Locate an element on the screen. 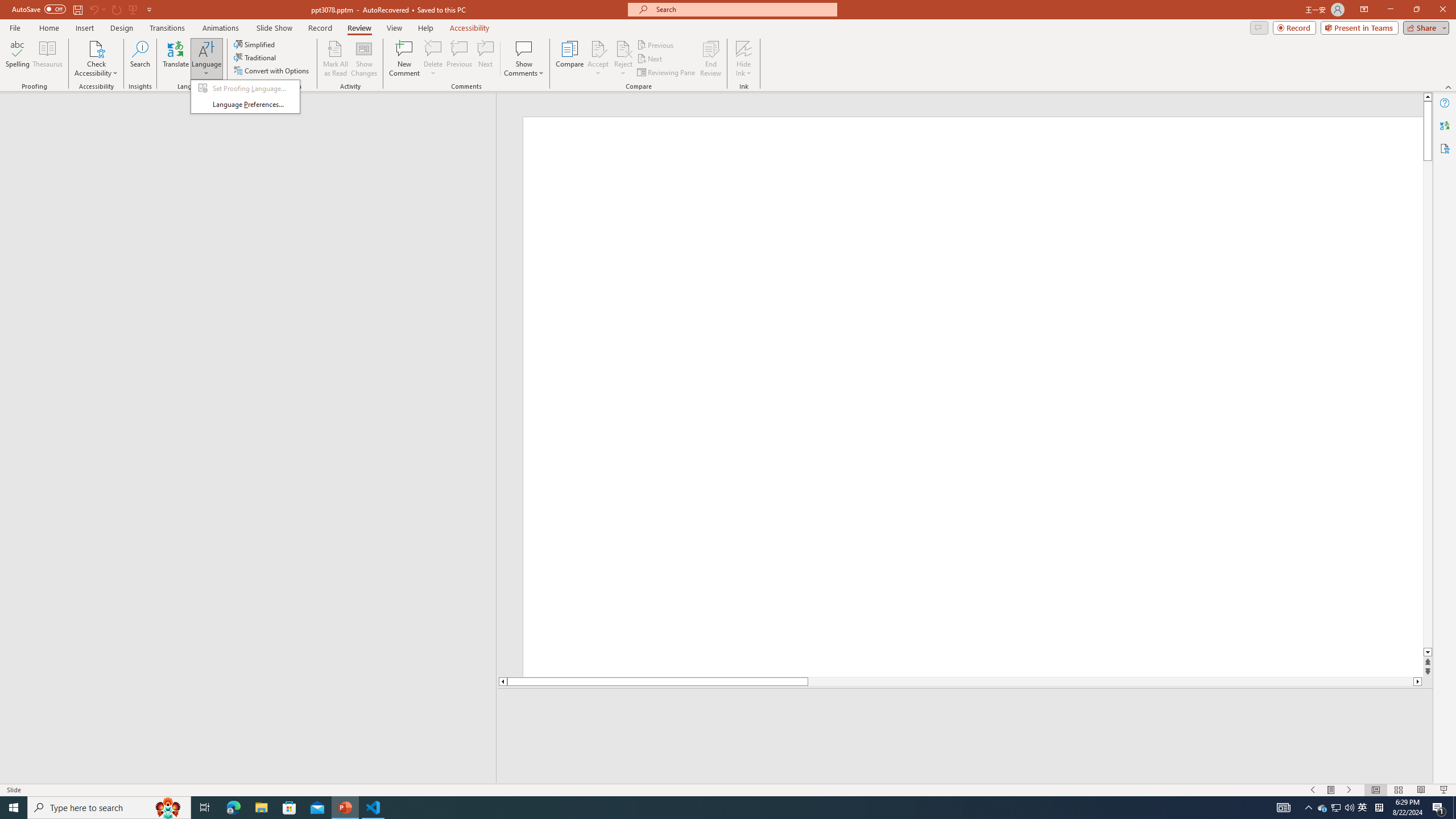 The width and height of the screenshot is (1456, 819). 'Spelling...' is located at coordinates (16, 59).